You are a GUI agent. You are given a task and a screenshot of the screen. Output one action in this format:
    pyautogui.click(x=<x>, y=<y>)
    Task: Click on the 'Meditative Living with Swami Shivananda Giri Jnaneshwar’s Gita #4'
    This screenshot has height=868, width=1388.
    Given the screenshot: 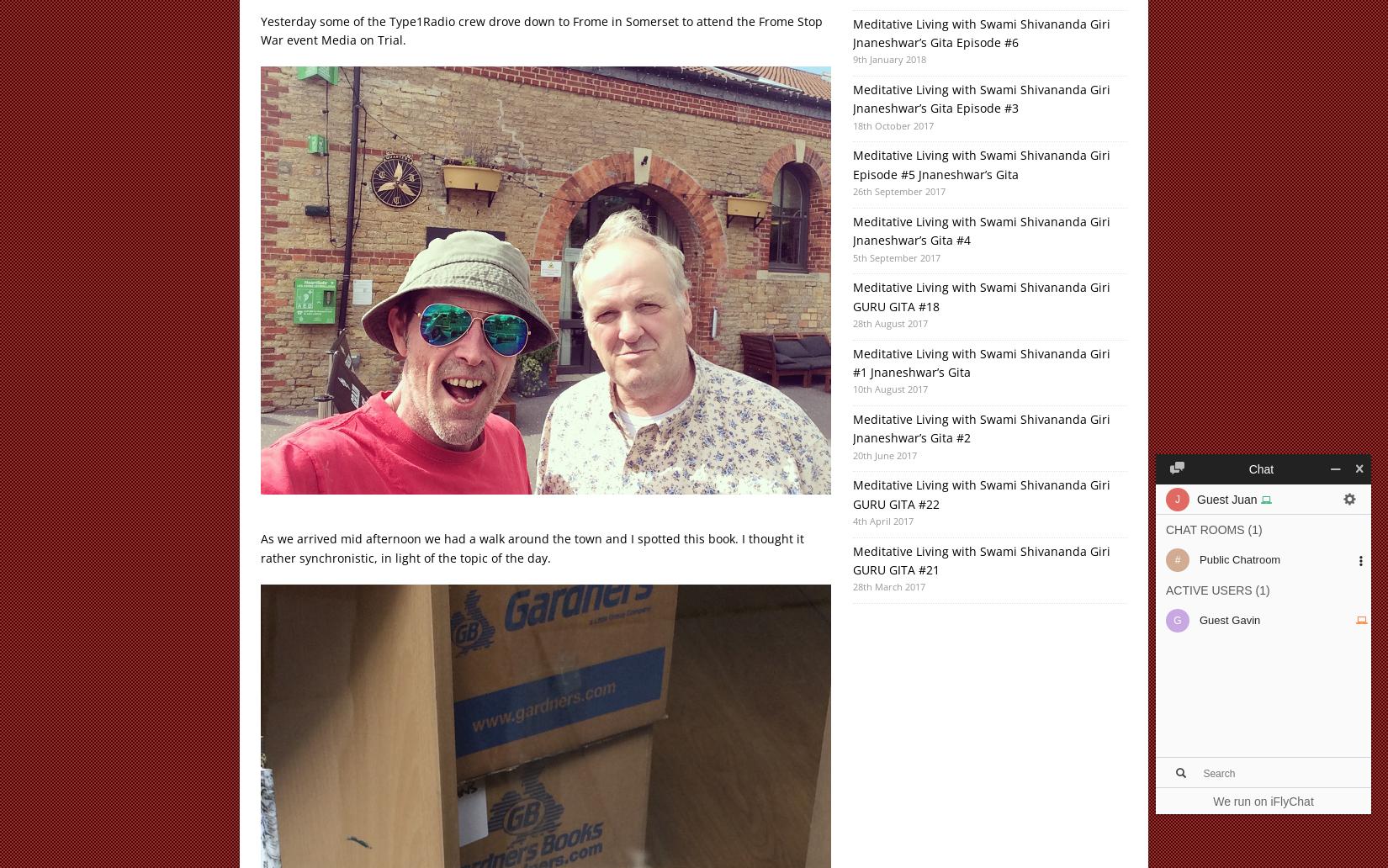 What is the action you would take?
    pyautogui.click(x=851, y=230)
    